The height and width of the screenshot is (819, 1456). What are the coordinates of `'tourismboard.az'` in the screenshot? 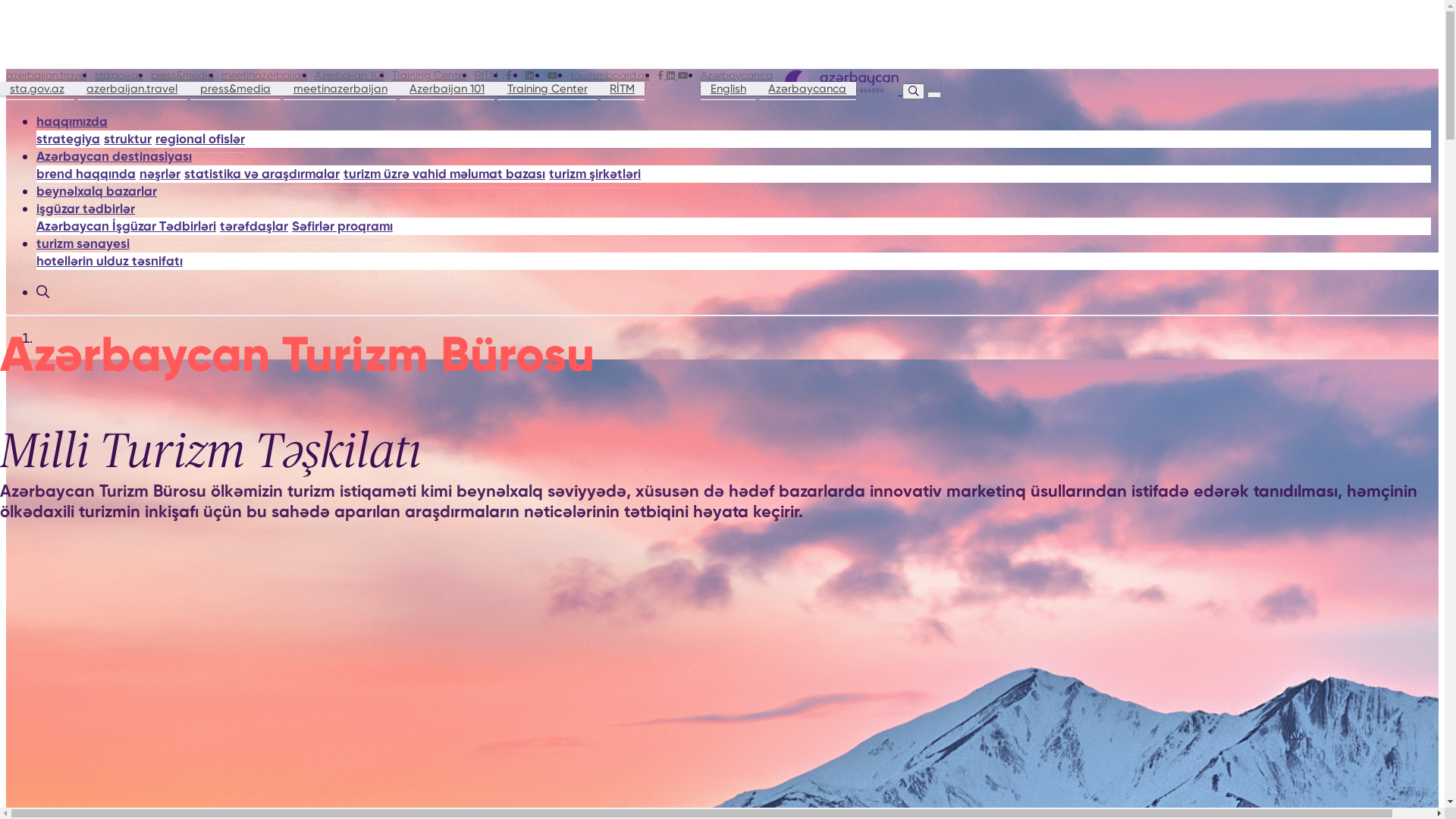 It's located at (610, 75).